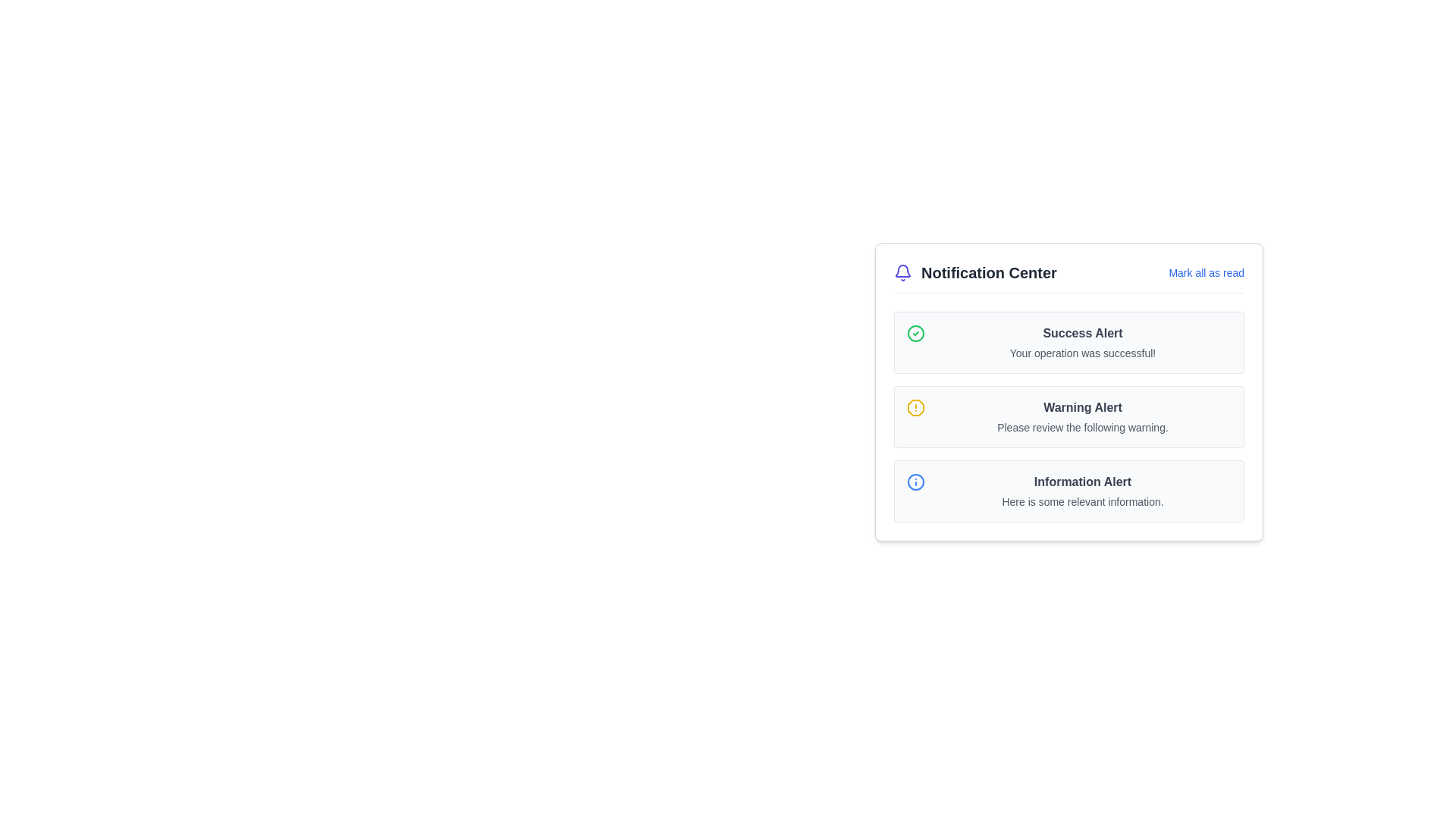  I want to click on the 'Notification Center' text label, which is styled prominently in bold font and positioned next to a bell icon with an indigo blue color, located at the top left corner of the notification panel, so click(975, 271).